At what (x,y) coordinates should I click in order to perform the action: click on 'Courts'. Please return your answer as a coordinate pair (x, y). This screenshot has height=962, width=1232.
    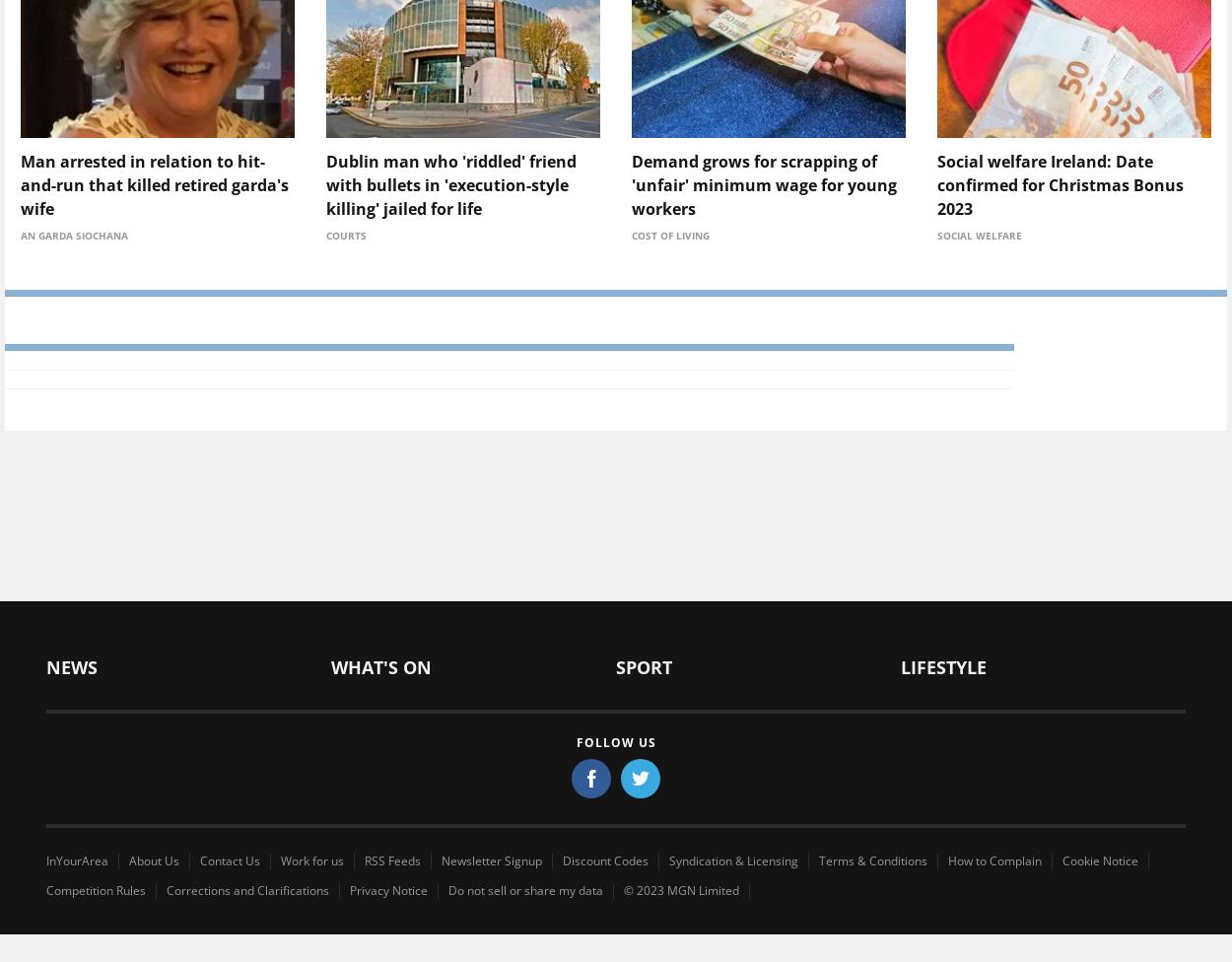
    Looking at the image, I should click on (325, 235).